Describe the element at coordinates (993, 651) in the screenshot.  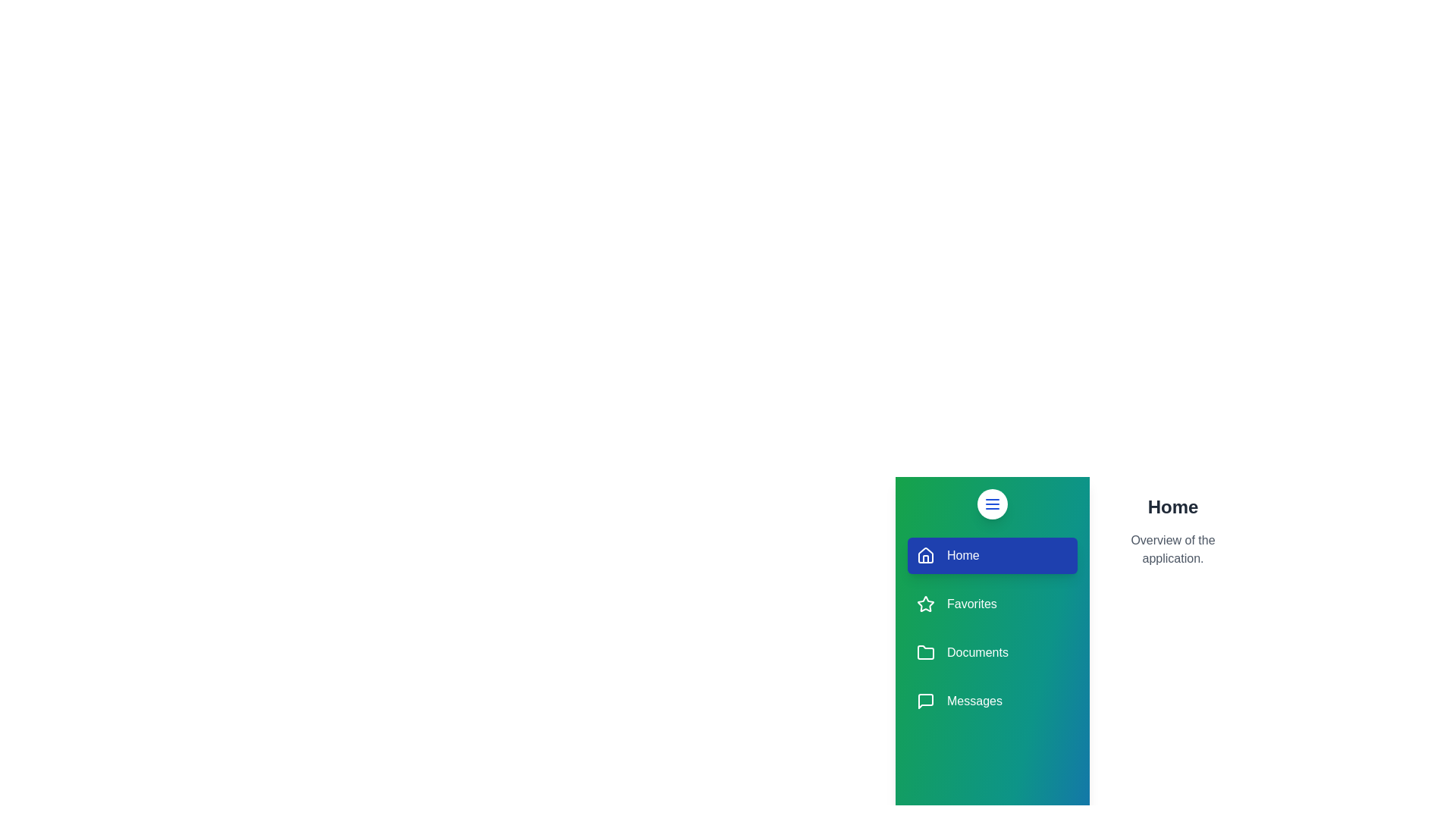
I see `the Documents section from the drawer menu` at that location.